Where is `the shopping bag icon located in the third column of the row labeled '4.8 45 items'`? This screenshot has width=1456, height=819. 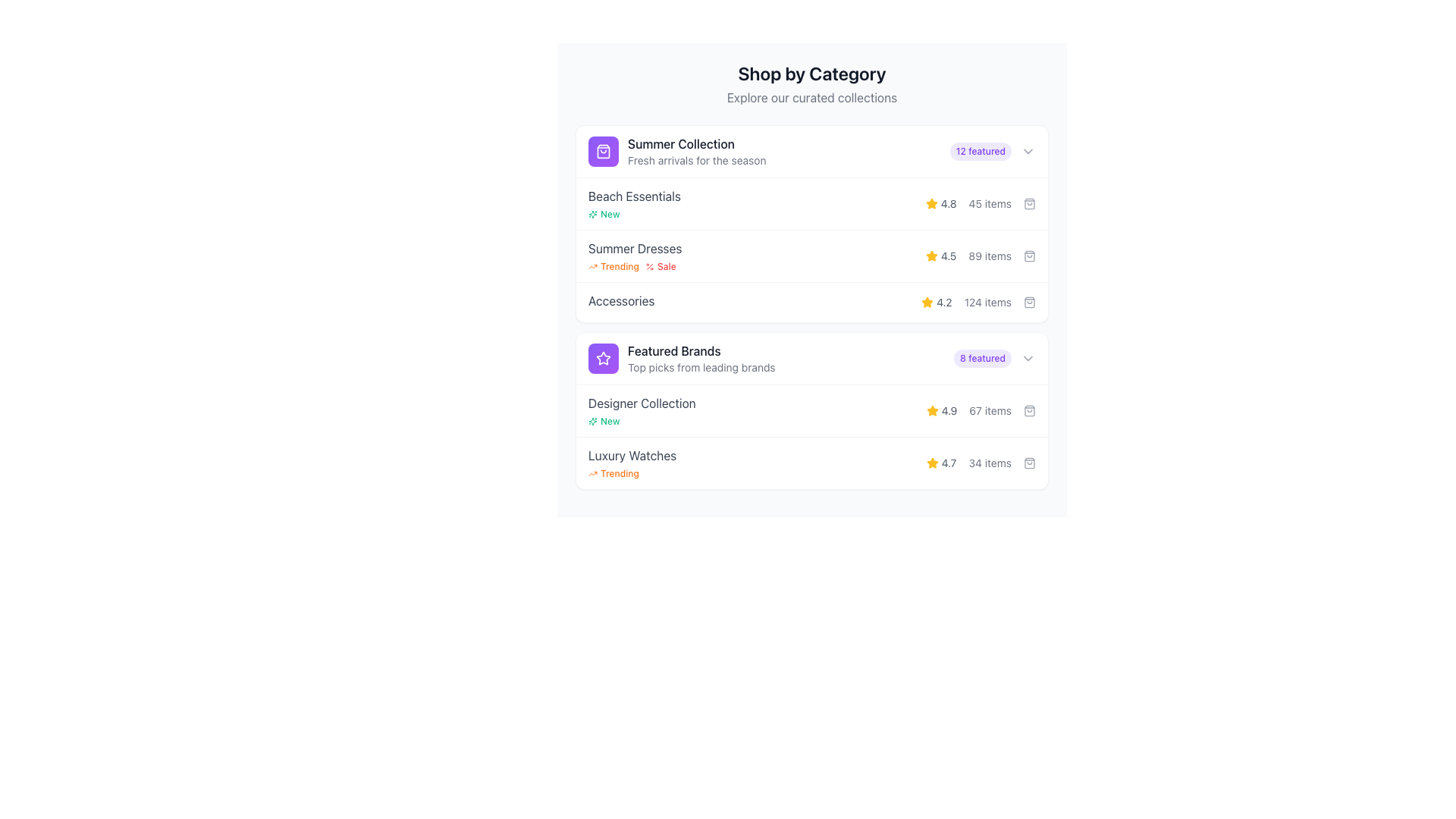
the shopping bag icon located in the third column of the row labeled '4.8 45 items' is located at coordinates (1030, 203).